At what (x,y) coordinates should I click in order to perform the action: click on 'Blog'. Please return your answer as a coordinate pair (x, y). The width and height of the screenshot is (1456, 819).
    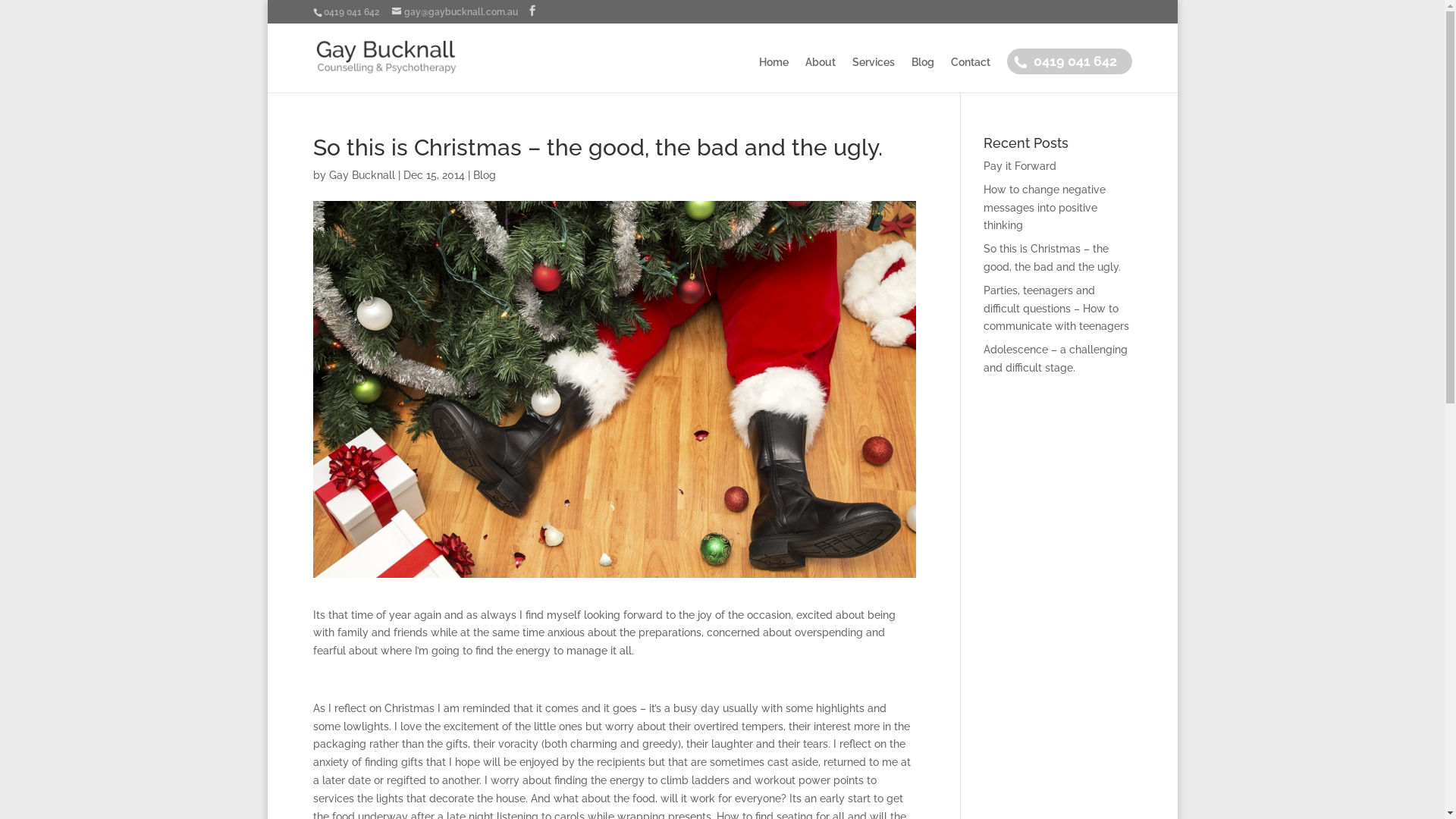
    Looking at the image, I should click on (910, 74).